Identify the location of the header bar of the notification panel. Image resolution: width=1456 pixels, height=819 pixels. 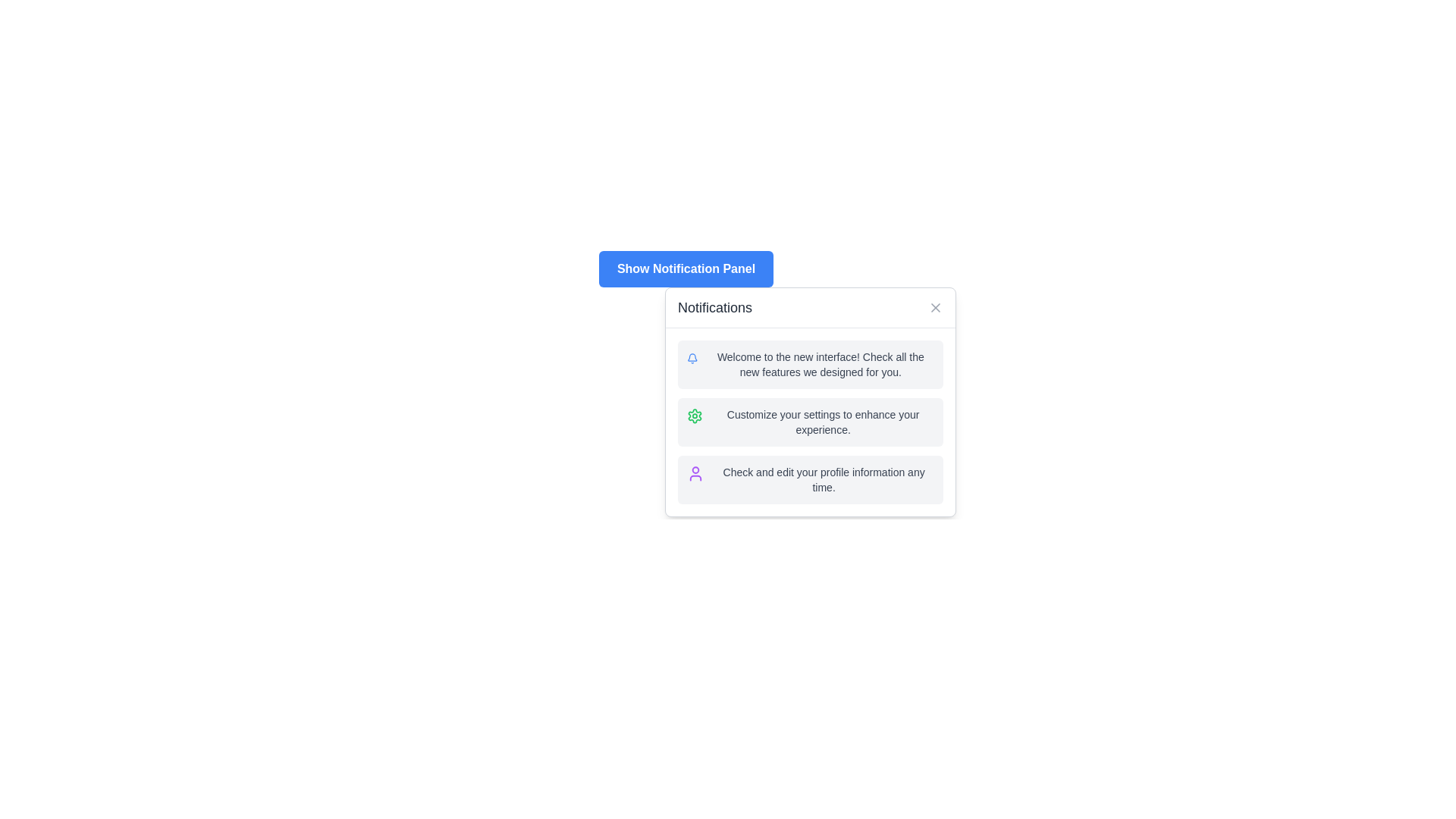
(810, 307).